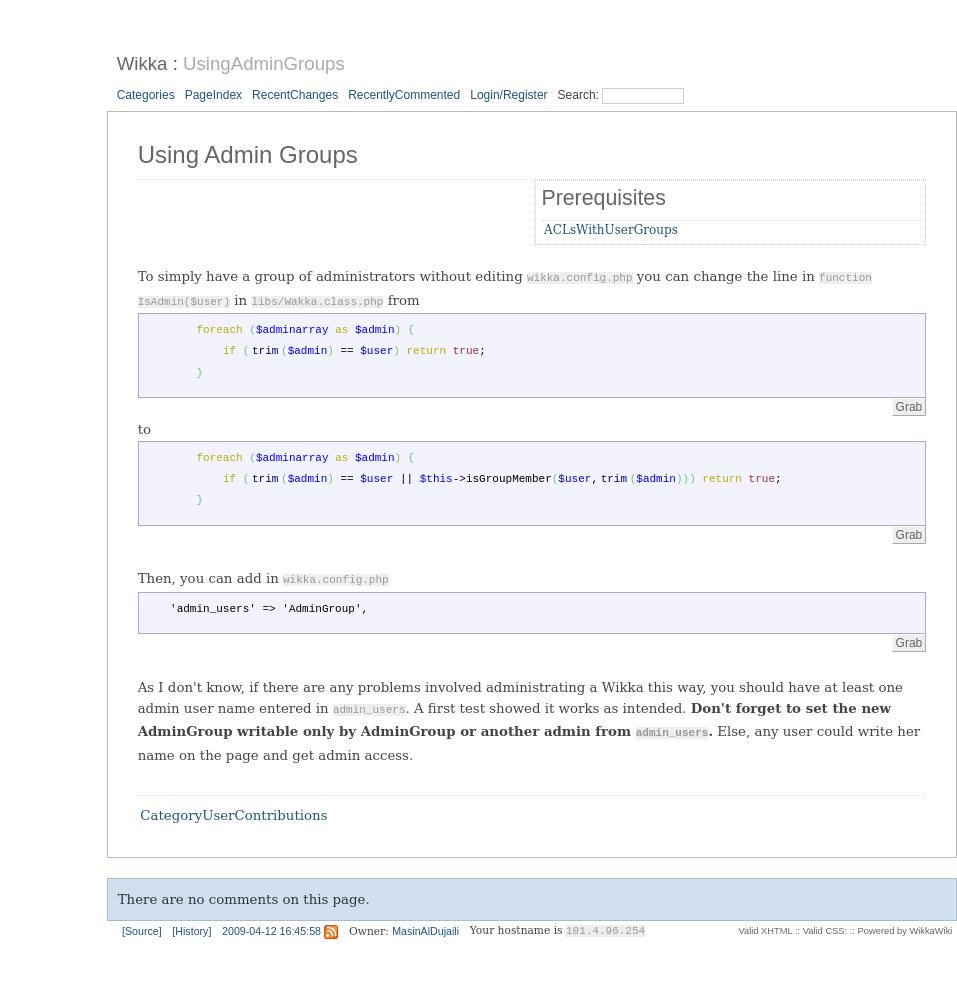 The image size is (957, 1000). Describe the element at coordinates (507, 477) in the screenshot. I see `'isGroupMember'` at that location.